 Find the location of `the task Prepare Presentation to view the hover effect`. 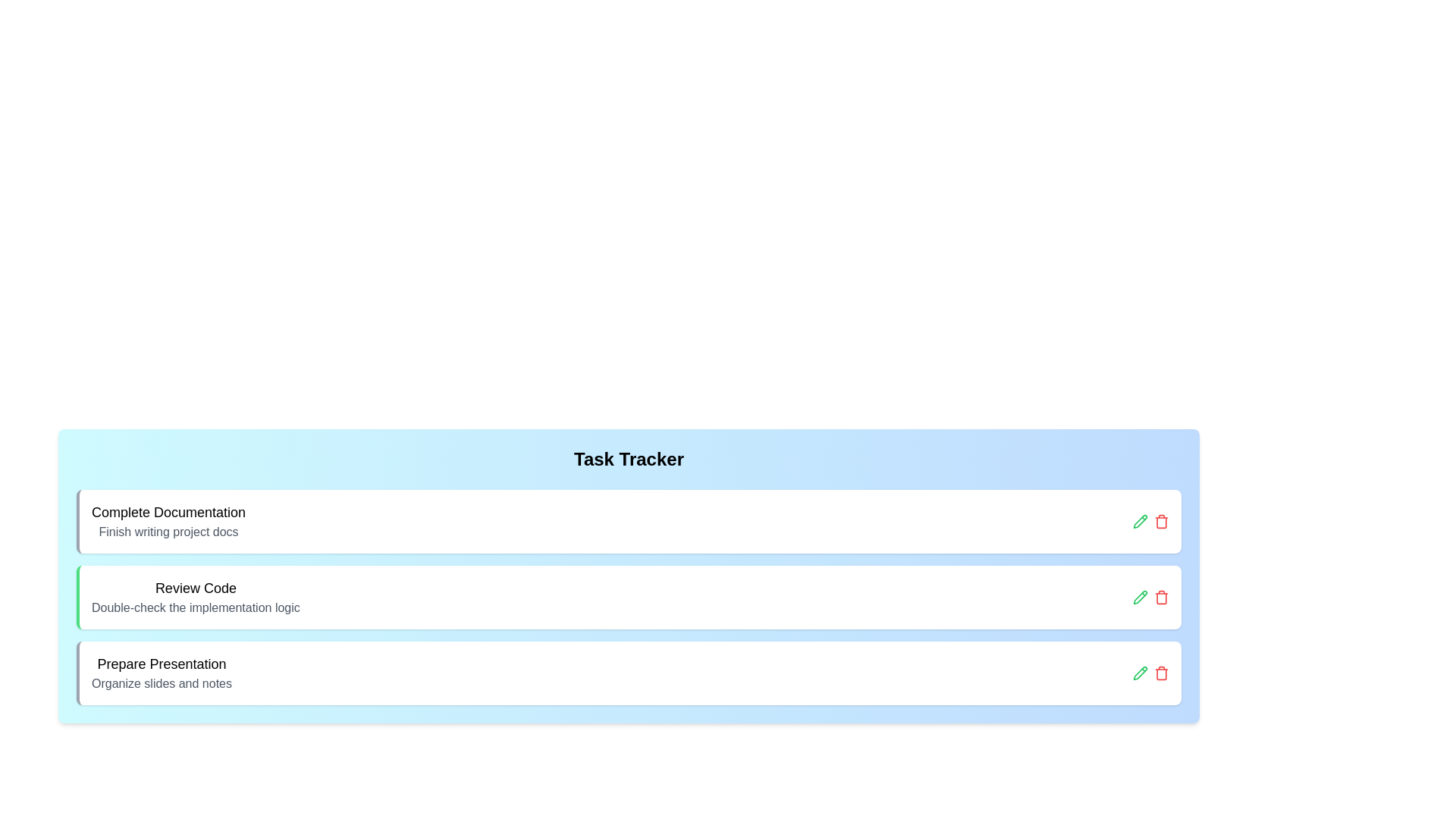

the task Prepare Presentation to view the hover effect is located at coordinates (629, 672).